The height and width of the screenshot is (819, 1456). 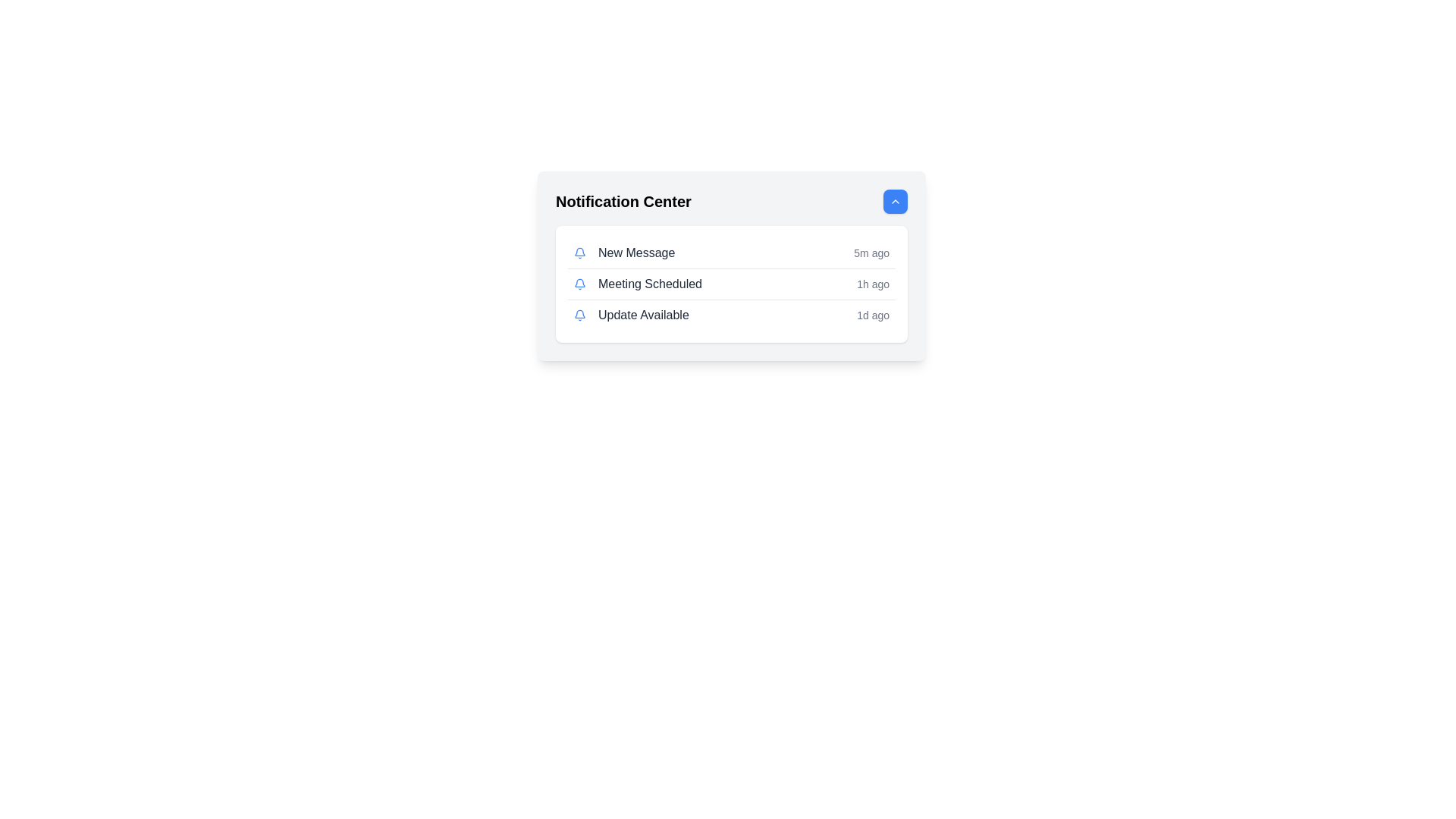 What do you see at coordinates (873, 315) in the screenshot?
I see `the static text label displaying '1d ago', which is part of the 'Update Available' notification entry and located on the far right side next to the main text content` at bounding box center [873, 315].